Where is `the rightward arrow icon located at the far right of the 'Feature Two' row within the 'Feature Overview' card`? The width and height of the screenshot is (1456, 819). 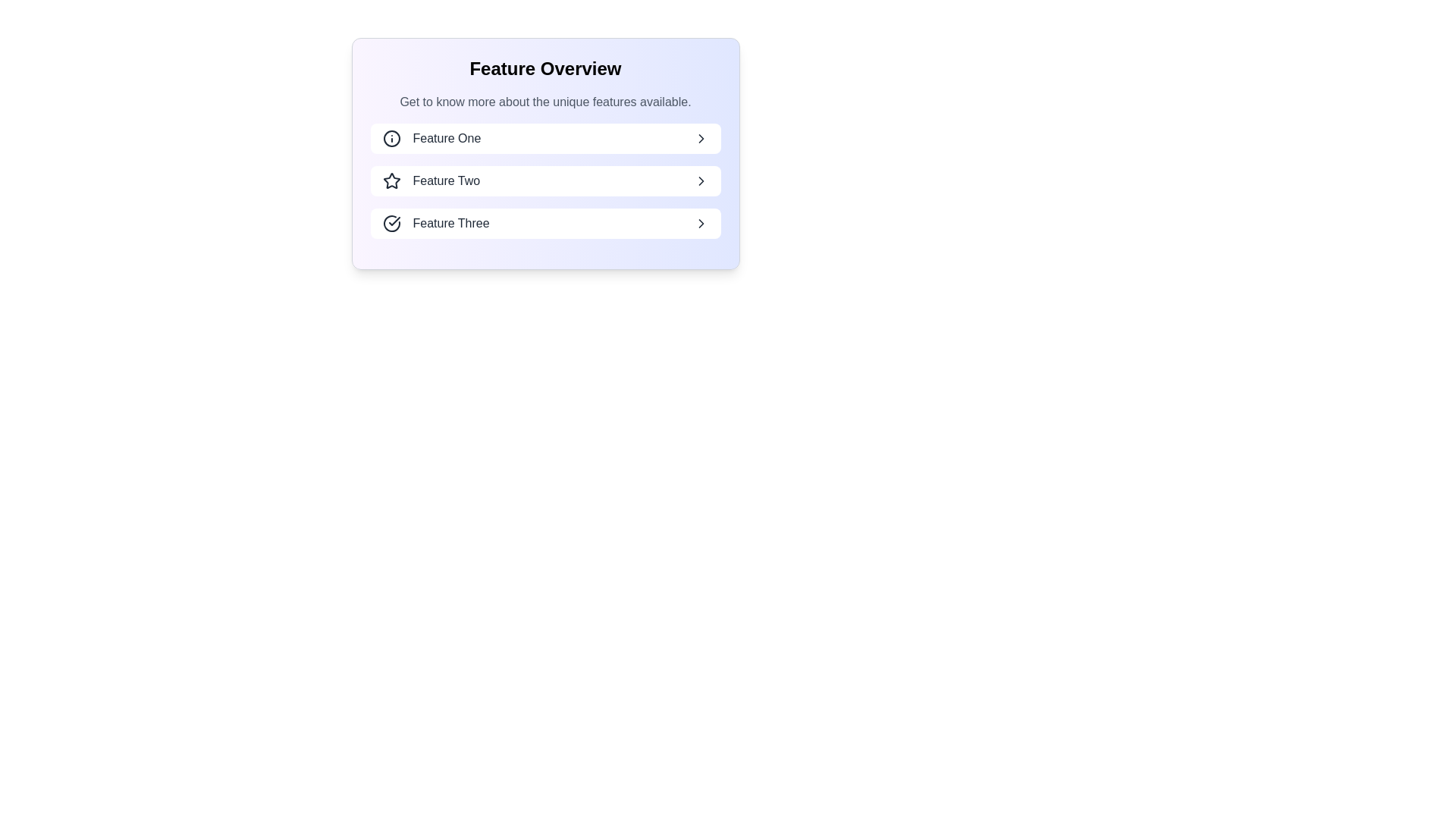 the rightward arrow icon located at the far right of the 'Feature Two' row within the 'Feature Overview' card is located at coordinates (700, 180).